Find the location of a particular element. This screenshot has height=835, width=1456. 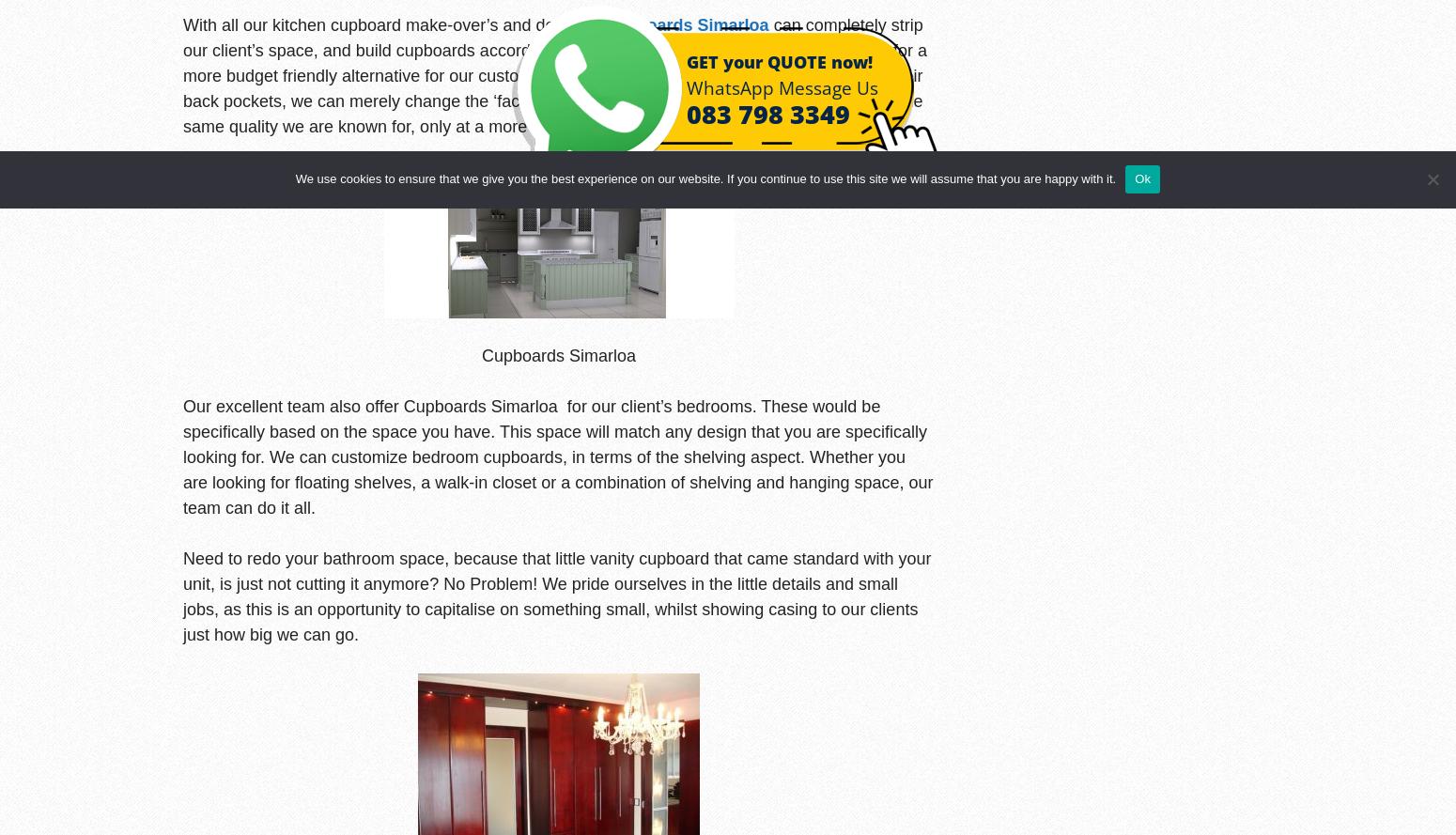

'With all our kitchen cupboard make-over’s and designs,' is located at coordinates (393, 23).